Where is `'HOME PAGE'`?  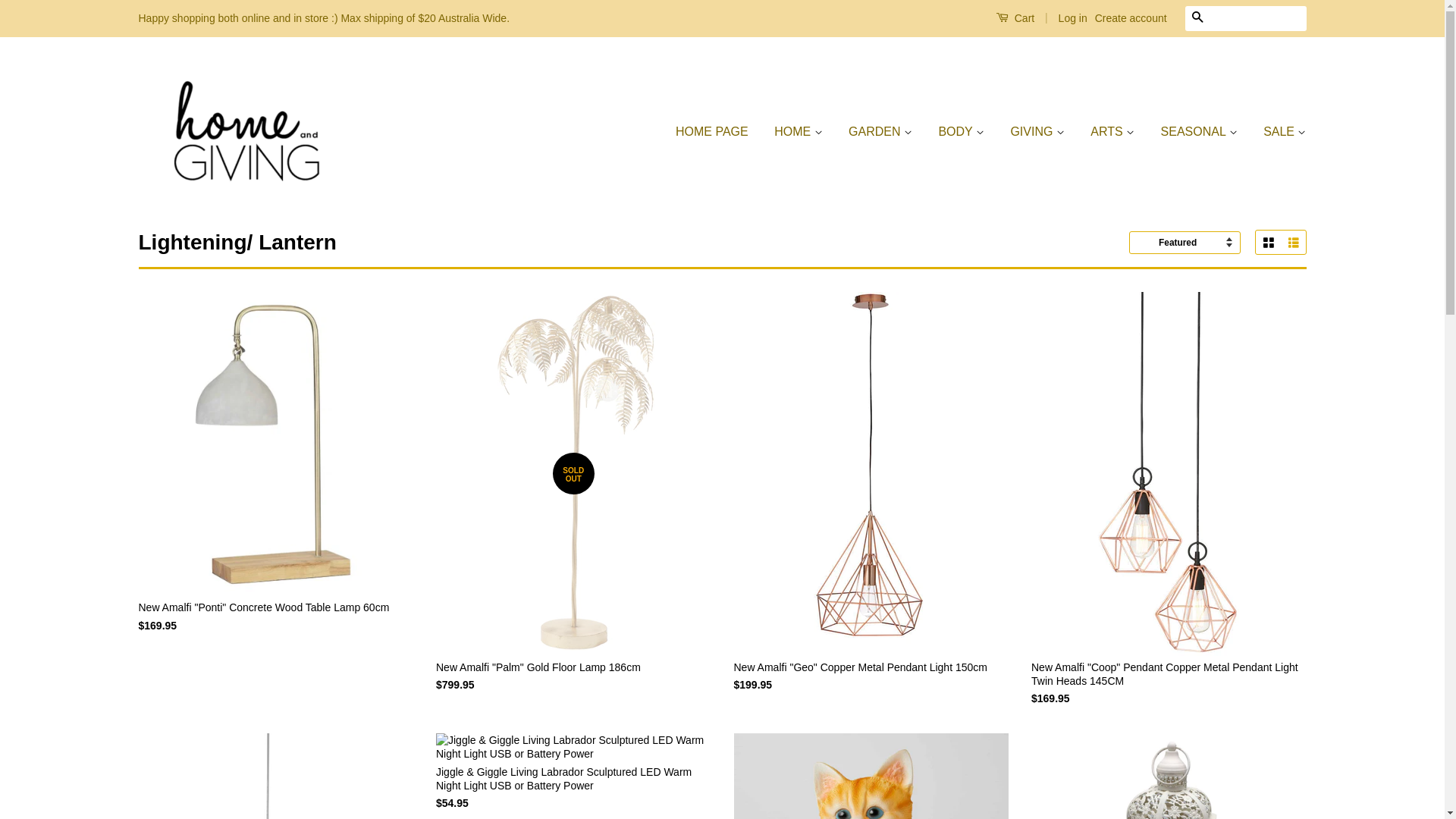
'HOME PAGE' is located at coordinates (717, 131).